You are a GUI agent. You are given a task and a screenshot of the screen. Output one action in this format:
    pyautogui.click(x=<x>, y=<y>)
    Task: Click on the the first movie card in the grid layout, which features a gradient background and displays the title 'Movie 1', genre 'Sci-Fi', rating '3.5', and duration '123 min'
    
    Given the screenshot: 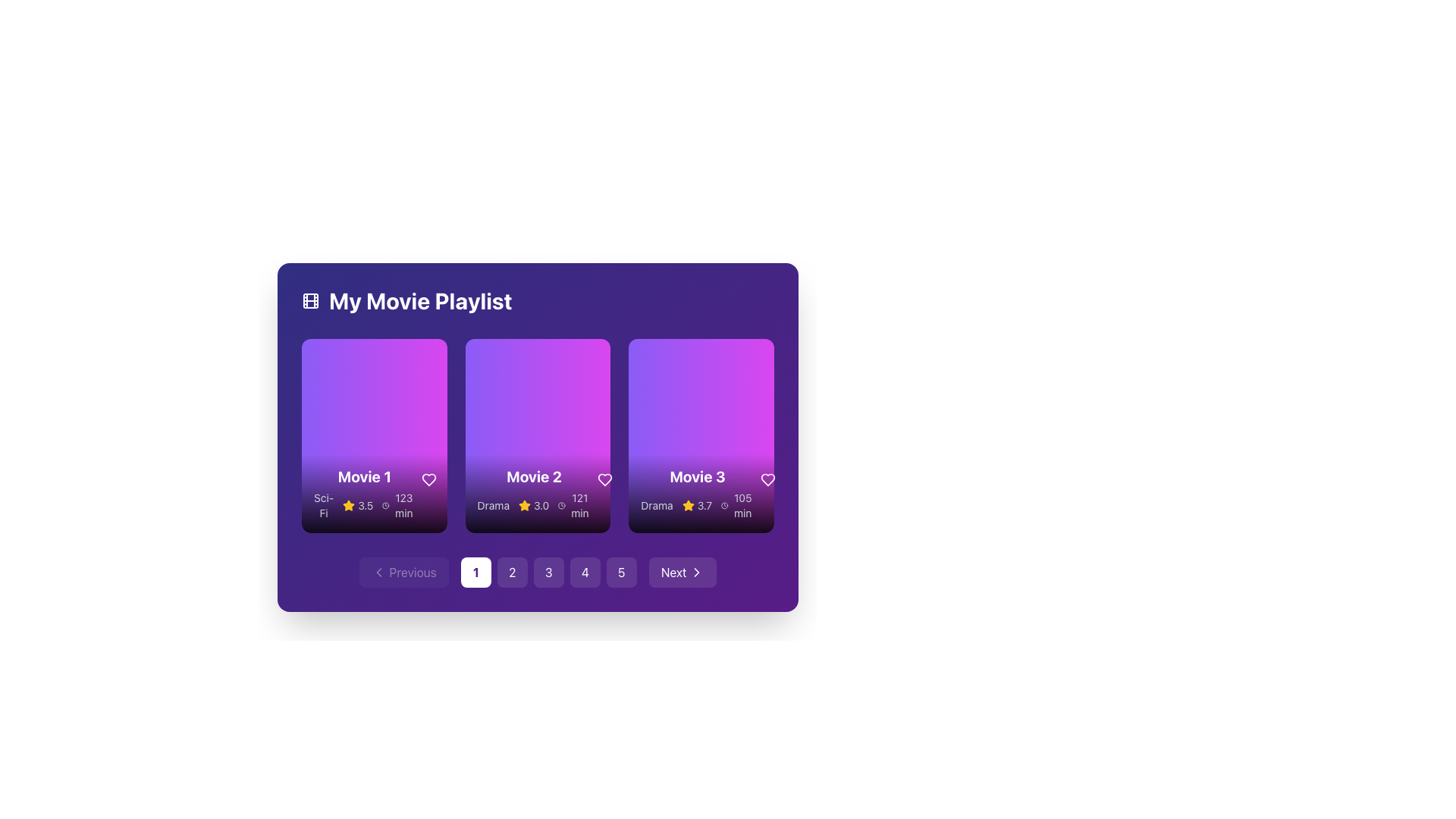 What is the action you would take?
    pyautogui.click(x=374, y=435)
    